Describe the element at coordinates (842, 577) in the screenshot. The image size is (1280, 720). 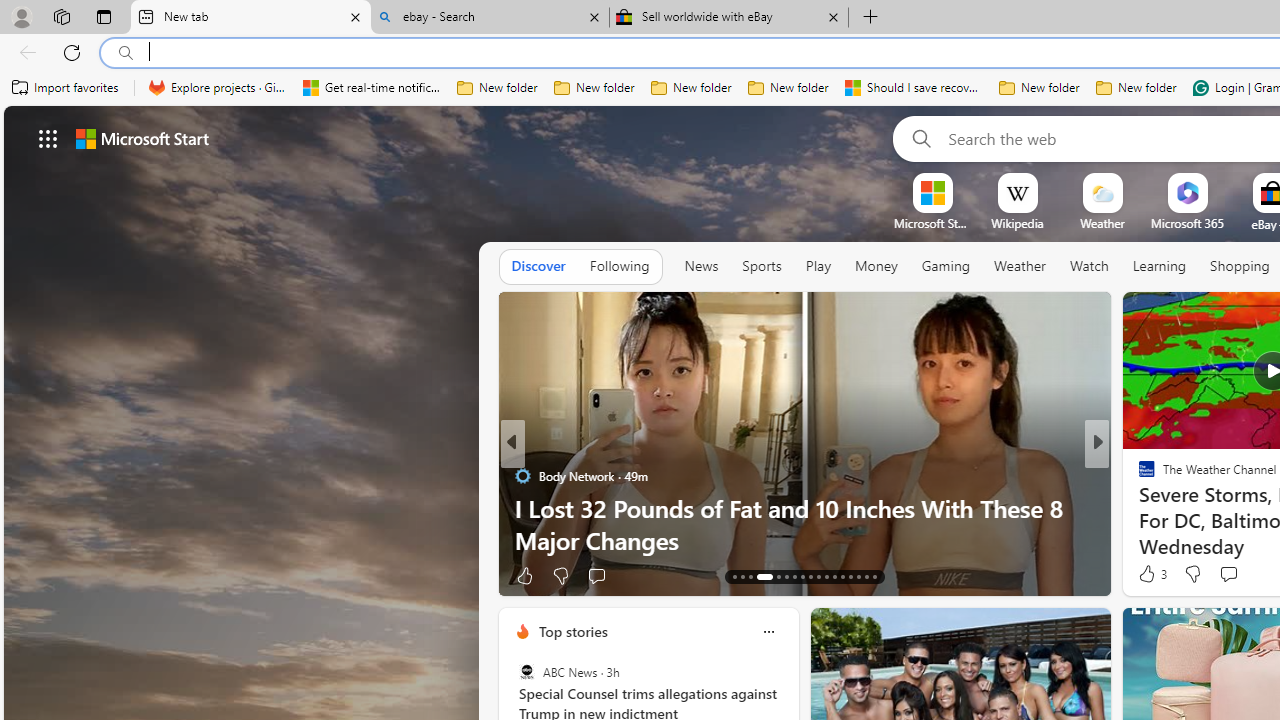
I see `'AutomationID: tab-25'` at that location.